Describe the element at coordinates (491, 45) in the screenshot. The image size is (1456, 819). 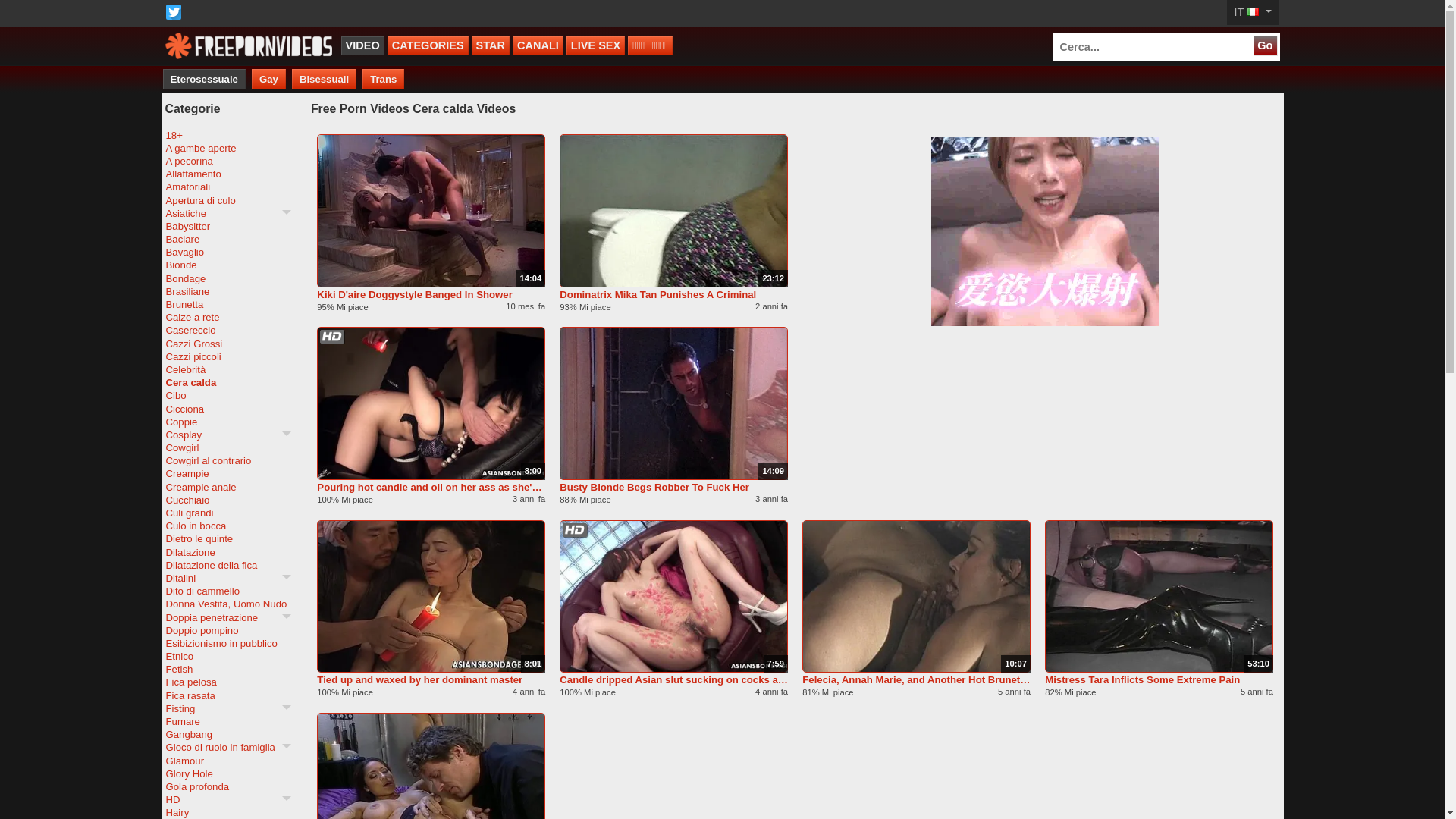
I see `'STAR'` at that location.